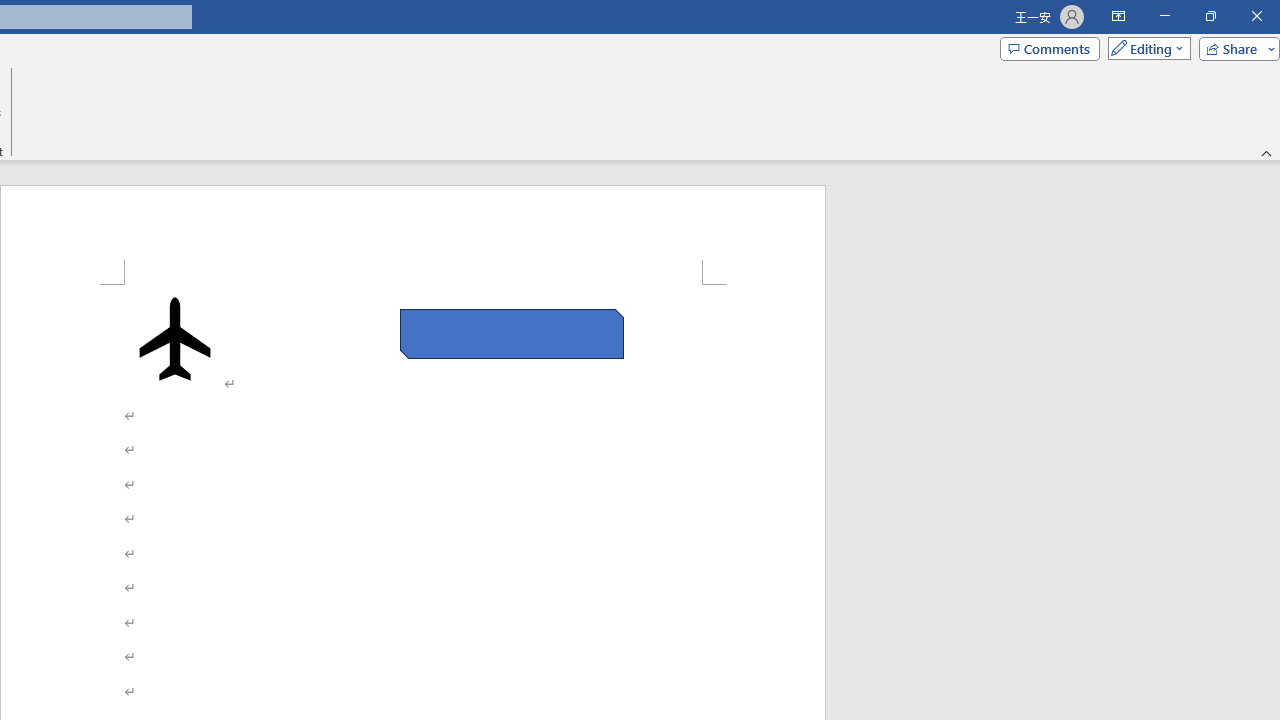 Image resolution: width=1280 pixels, height=720 pixels. What do you see at coordinates (1144, 47) in the screenshot?
I see `'Editing'` at bounding box center [1144, 47].